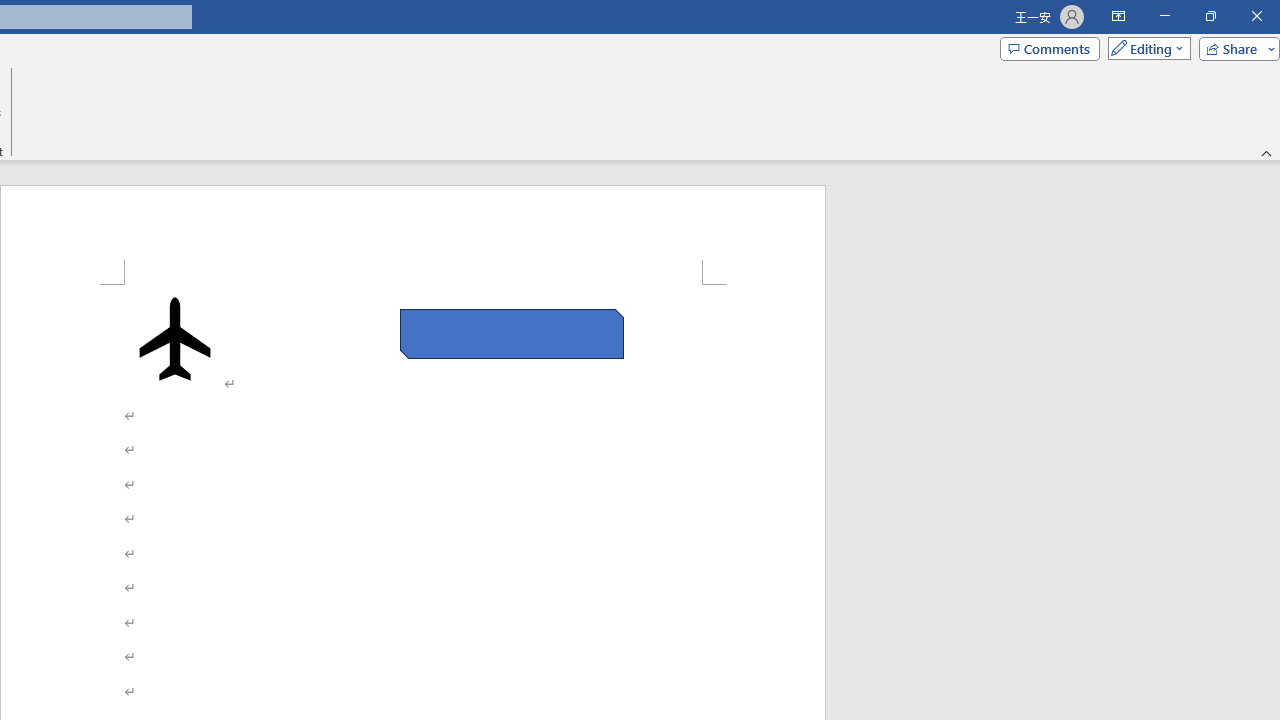 Image resolution: width=1280 pixels, height=720 pixels. What do you see at coordinates (1144, 47) in the screenshot?
I see `'Editing'` at bounding box center [1144, 47].